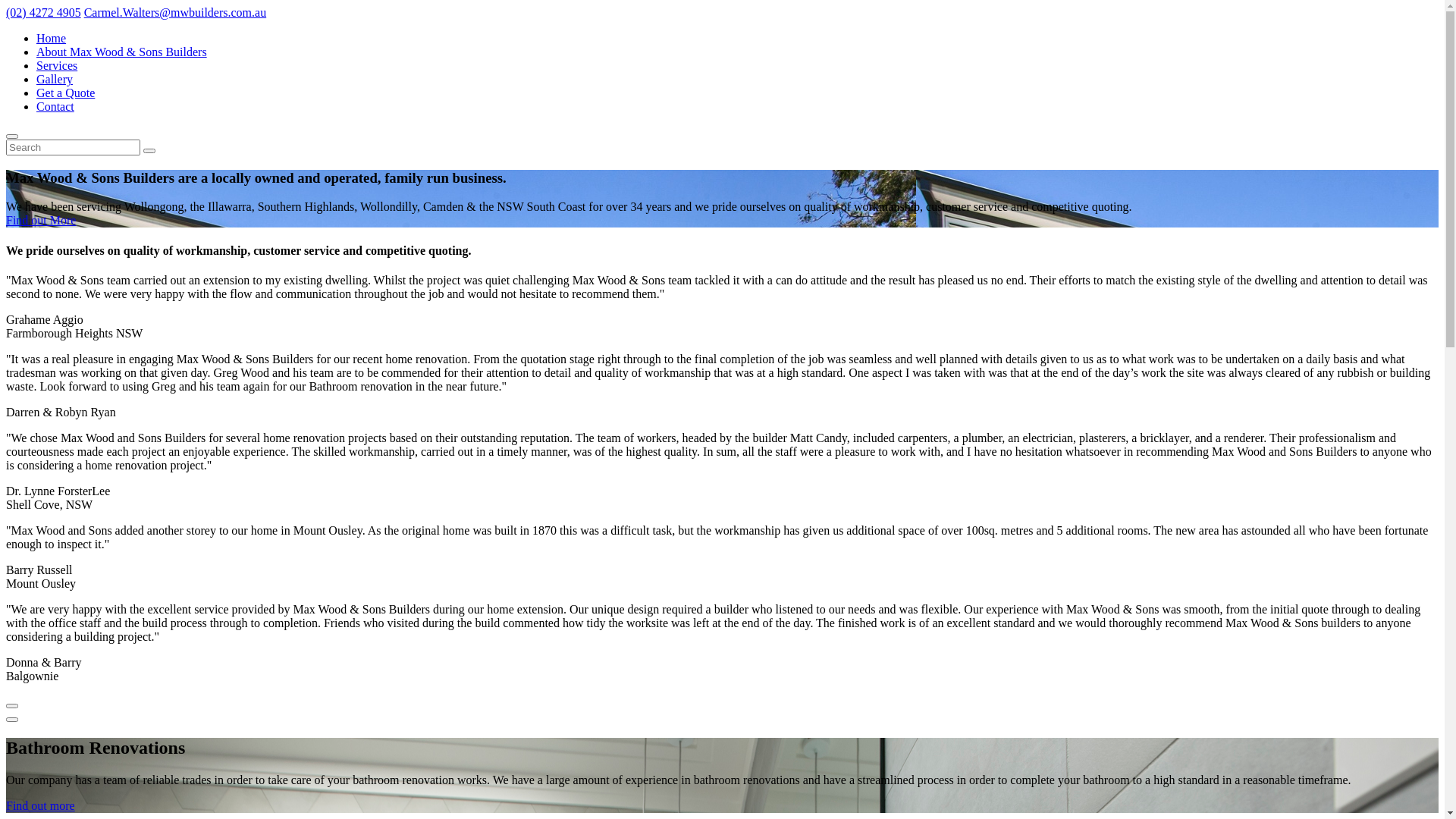  What do you see at coordinates (36, 51) in the screenshot?
I see `'About Max Wood & Sons Builders'` at bounding box center [36, 51].